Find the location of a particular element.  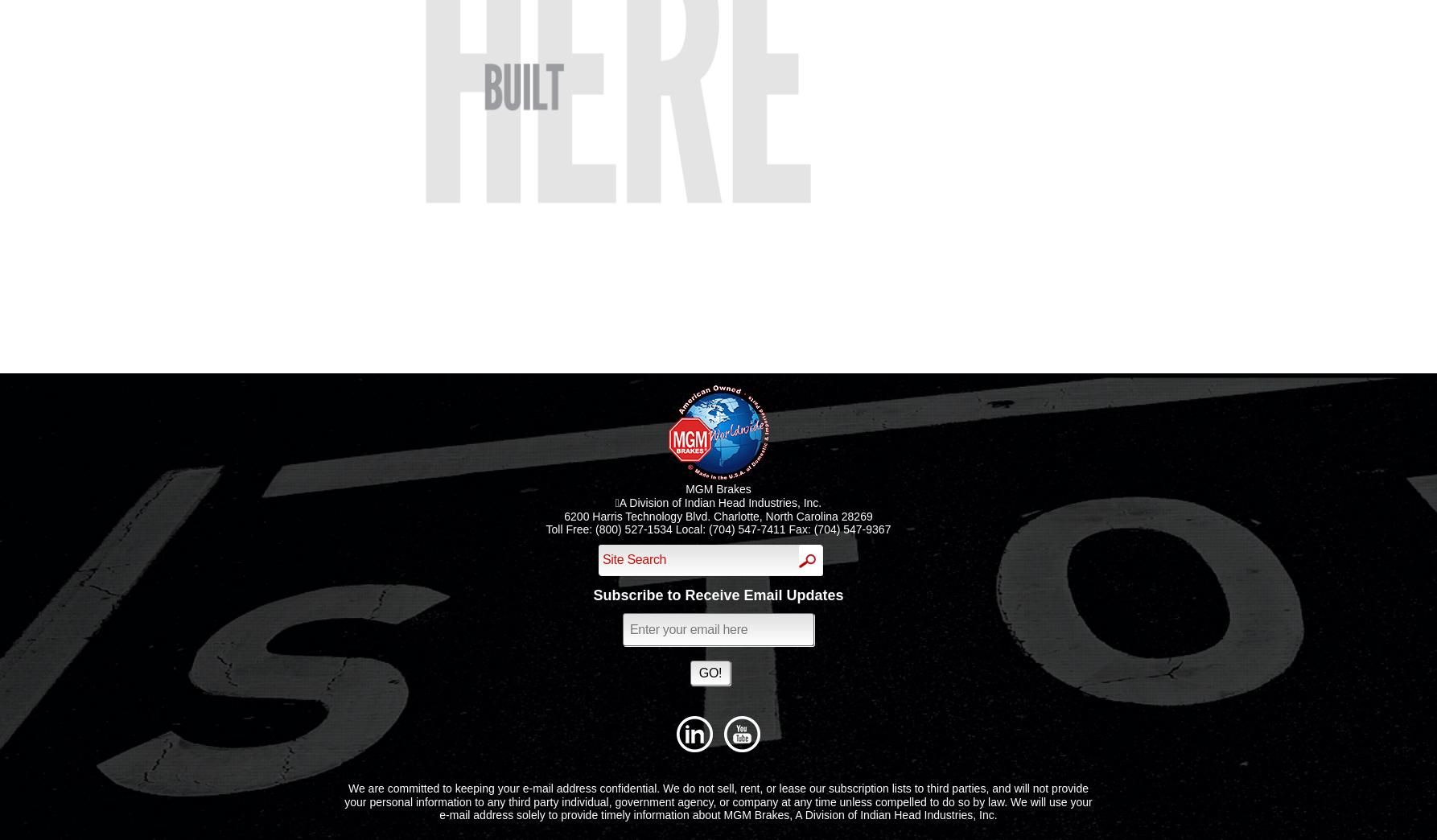

'MGM Brakes' is located at coordinates (717, 488).